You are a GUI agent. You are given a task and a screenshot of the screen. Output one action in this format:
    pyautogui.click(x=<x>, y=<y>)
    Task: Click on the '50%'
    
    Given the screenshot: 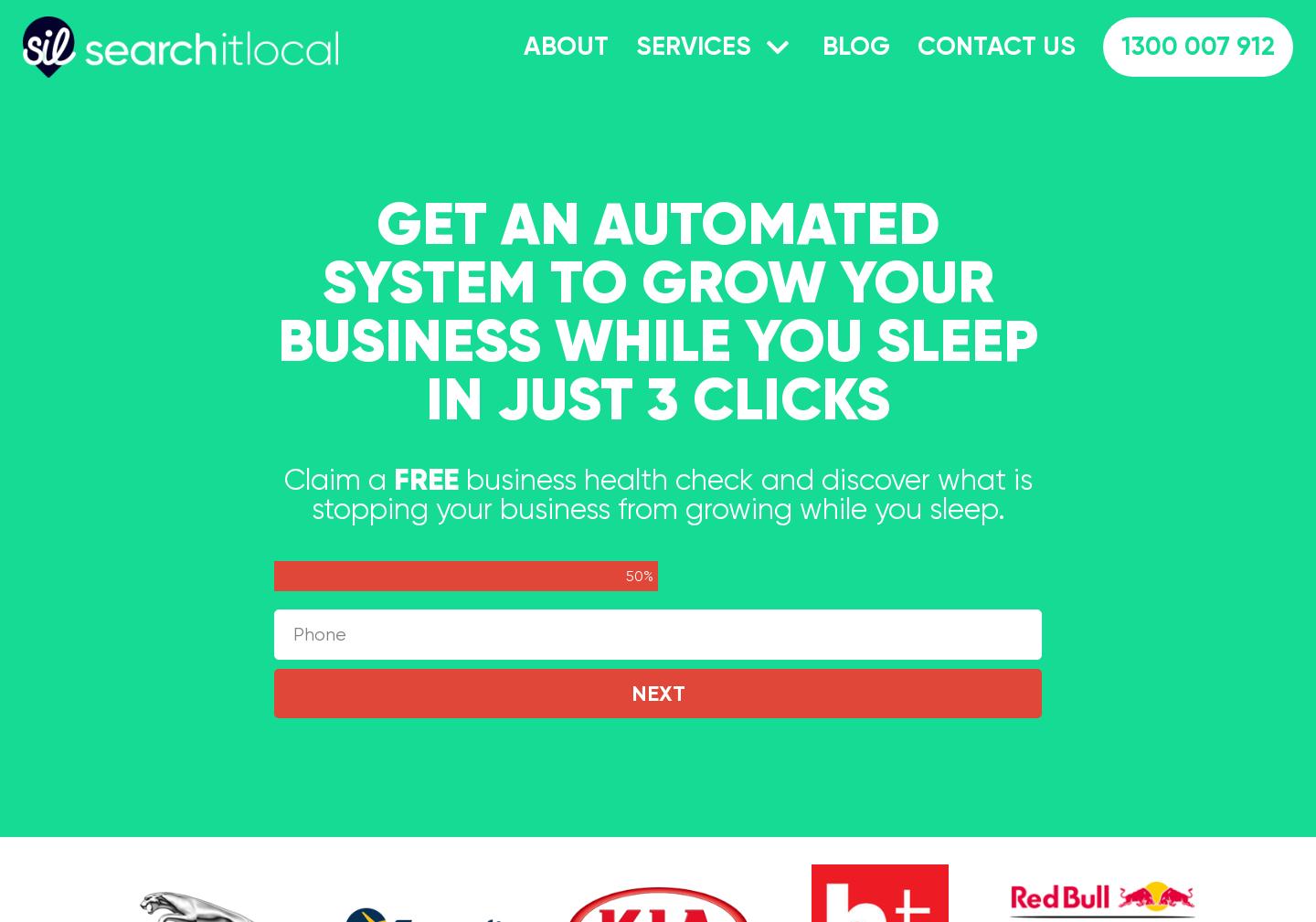 What is the action you would take?
    pyautogui.click(x=626, y=576)
    